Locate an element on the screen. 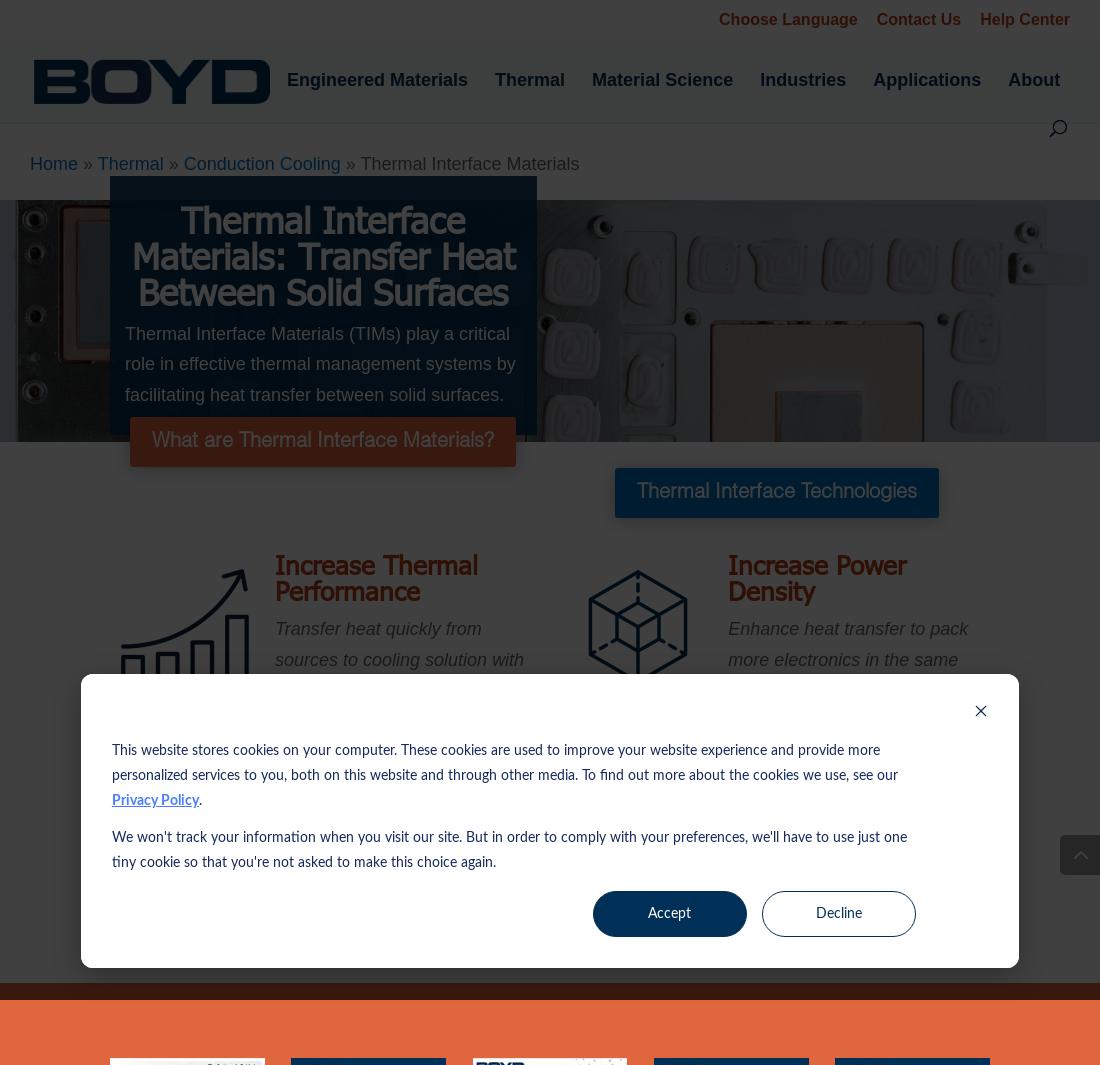  'Industries' is located at coordinates (803, 78).